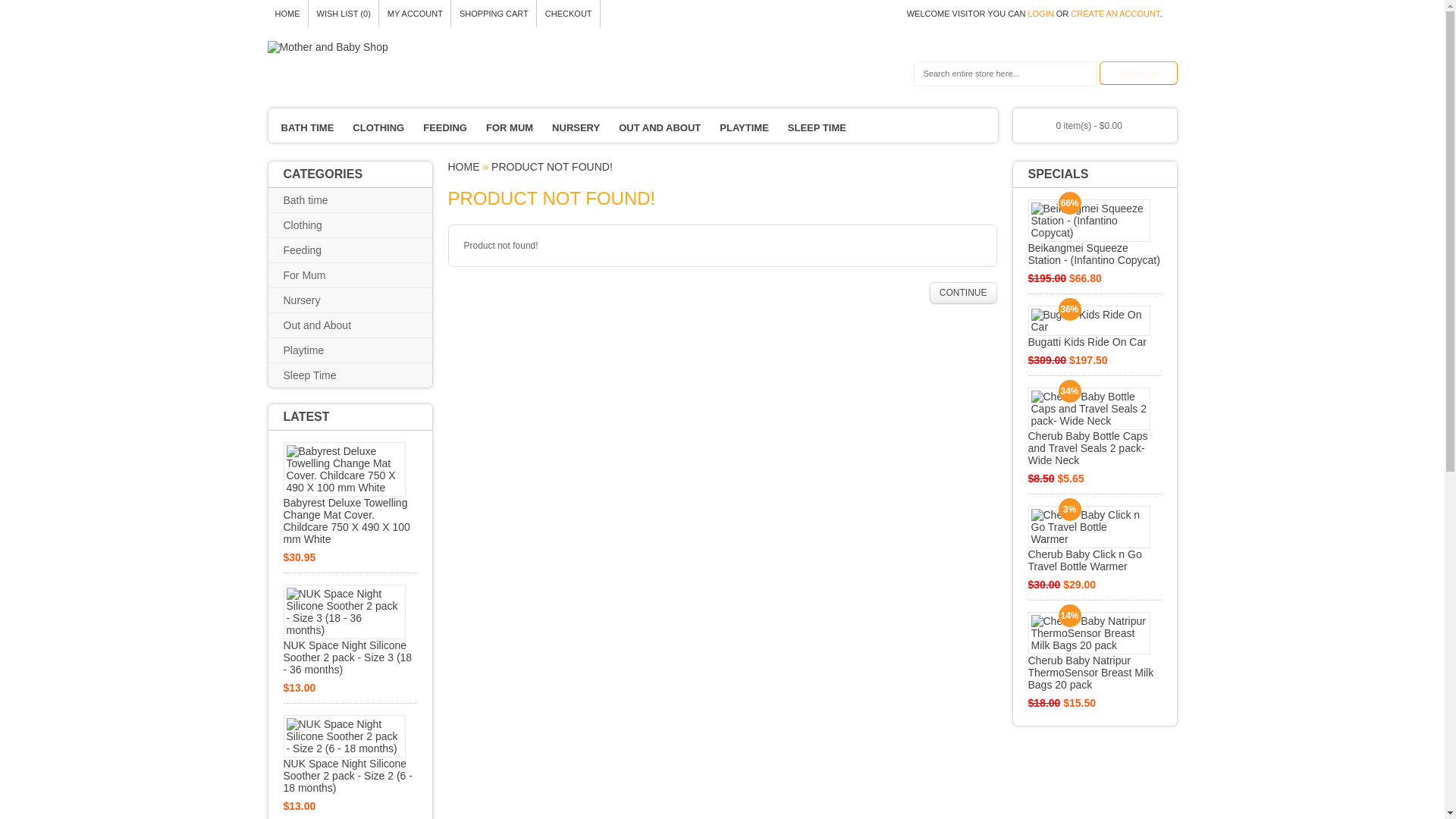  Describe the element at coordinates (316, 199) in the screenshot. I see `'Bath time'` at that location.